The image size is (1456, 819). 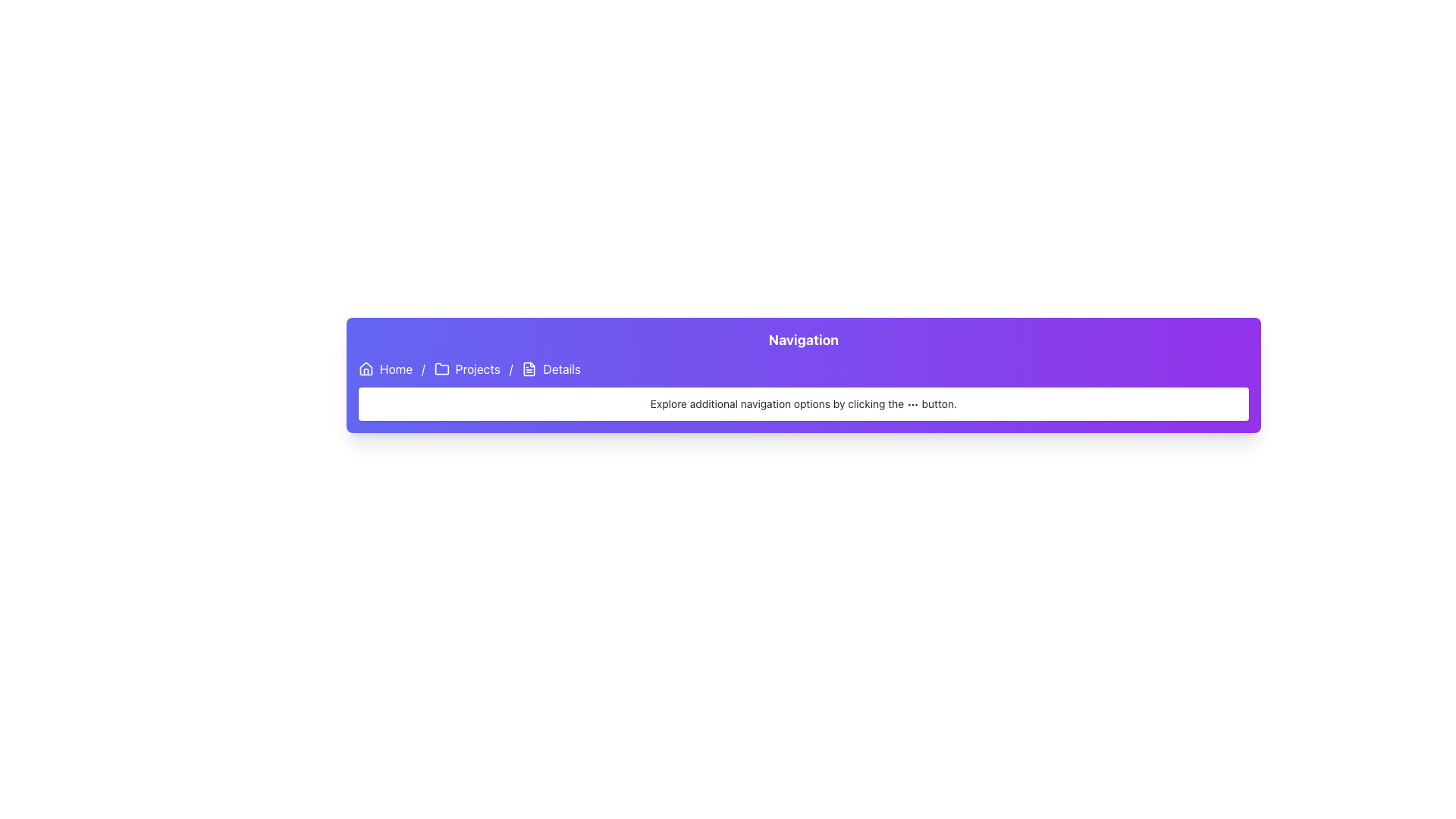 I want to click on the folder icon that represents the 'Projects' section in the navigation bar, so click(x=441, y=369).